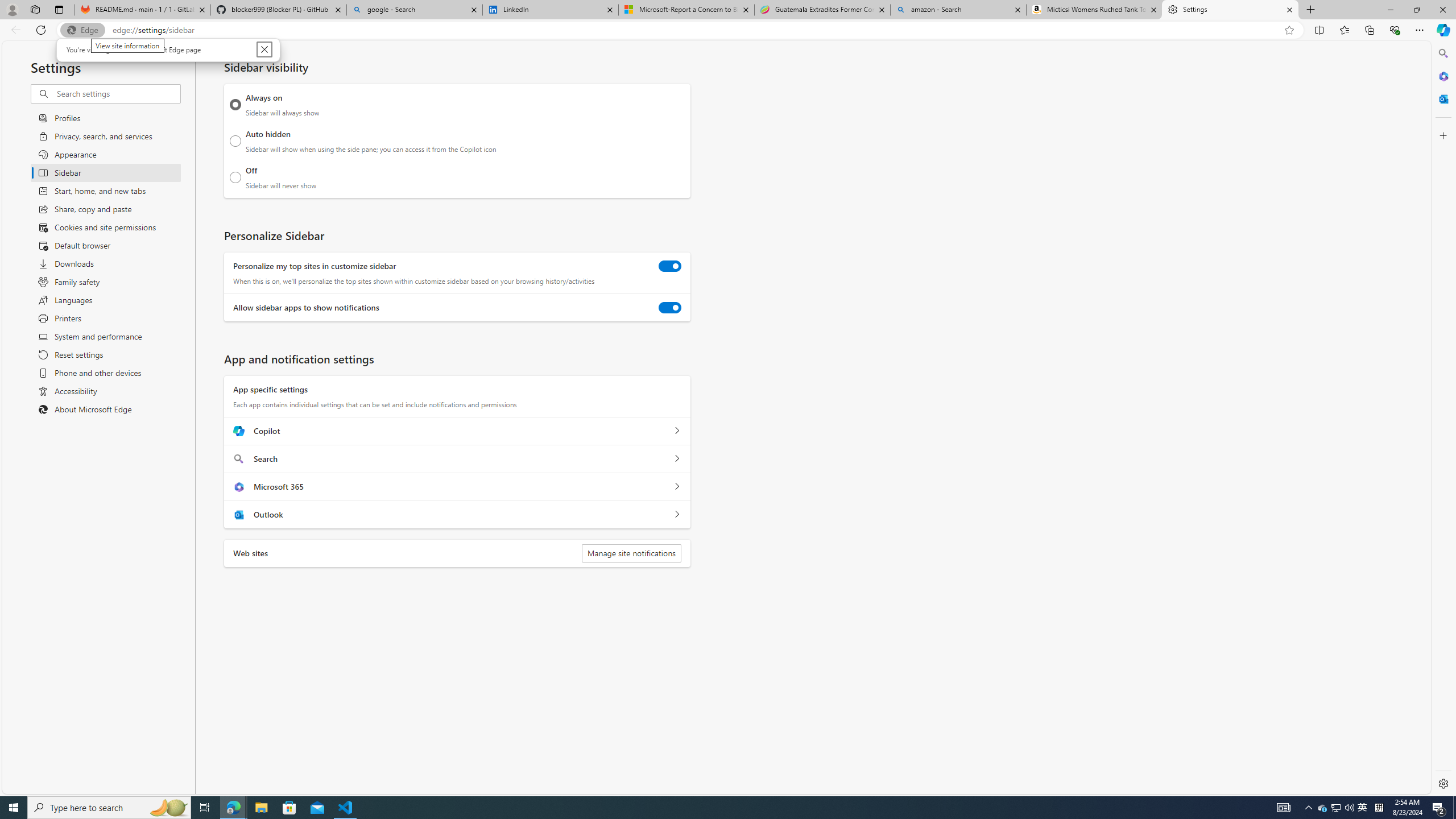 This screenshot has width=1456, height=819. I want to click on 'Tray Input Indicator - Chinese (Simplified, China)', so click(1379, 806).